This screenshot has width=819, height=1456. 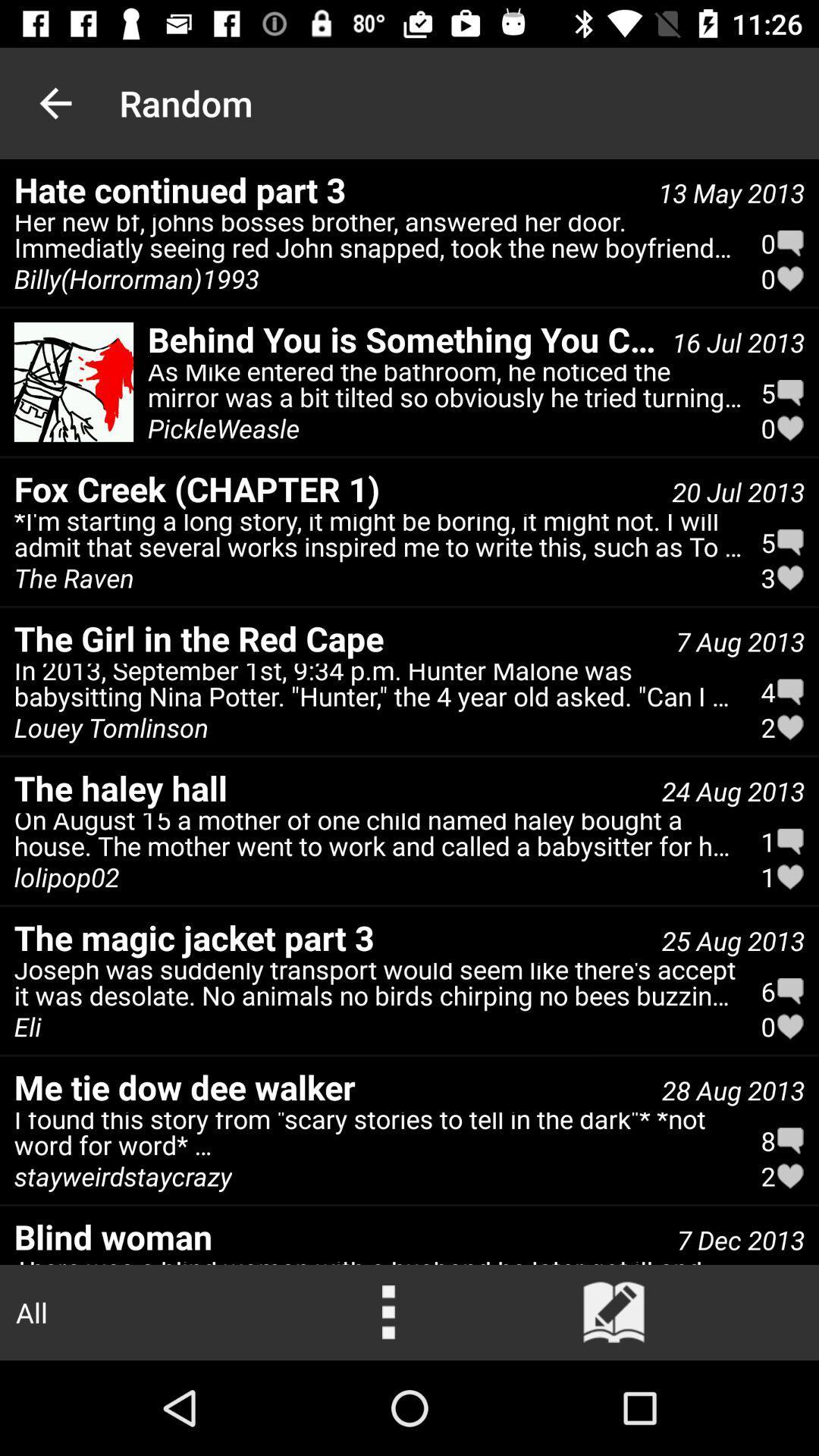 I want to click on the item to the left of the 6 icon, so click(x=378, y=988).